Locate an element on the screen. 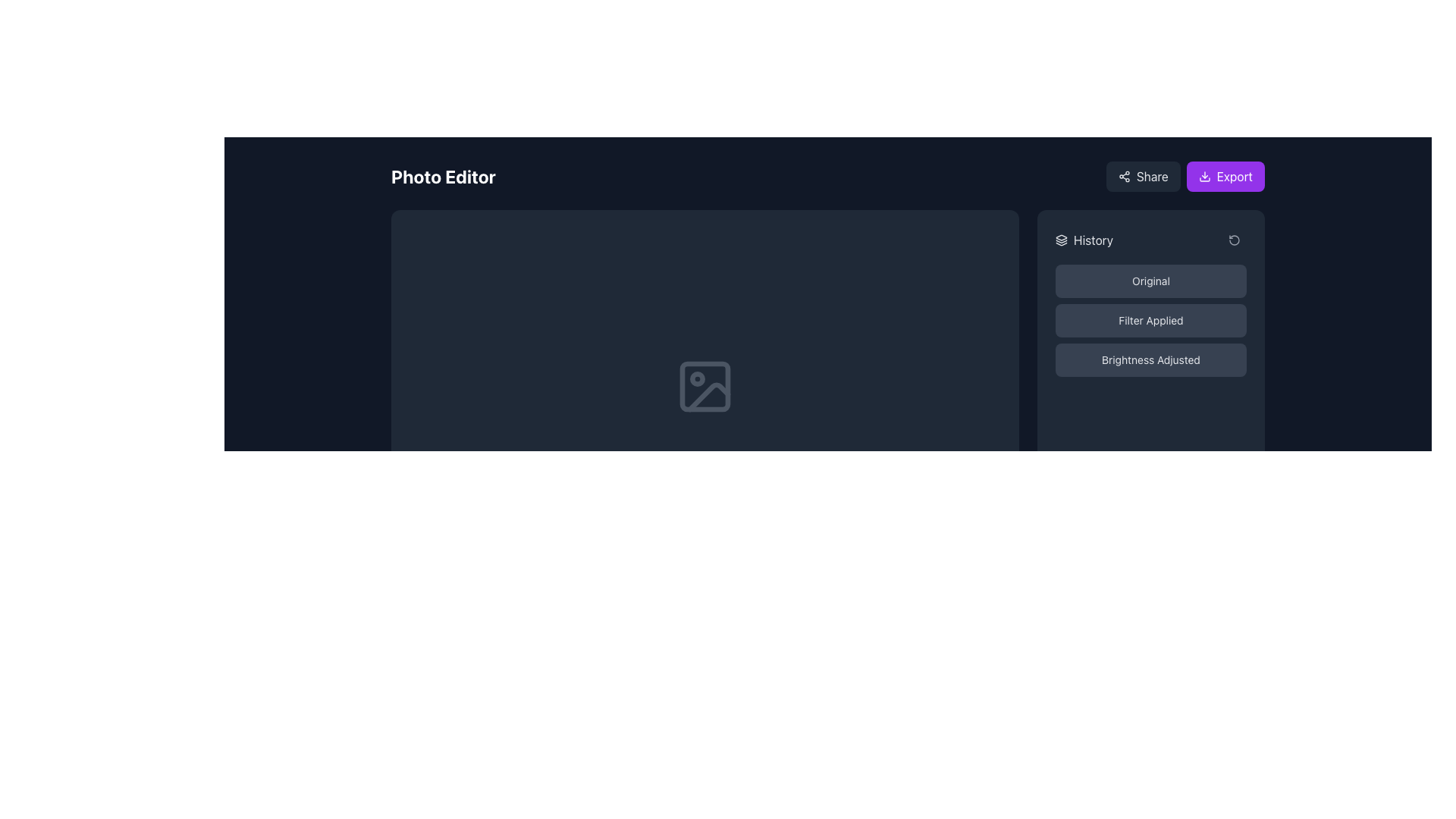 The width and height of the screenshot is (1456, 819). the Text label indicating historical data management located at the top-right corner of the interface for accessibility purposes is located at coordinates (1093, 239).